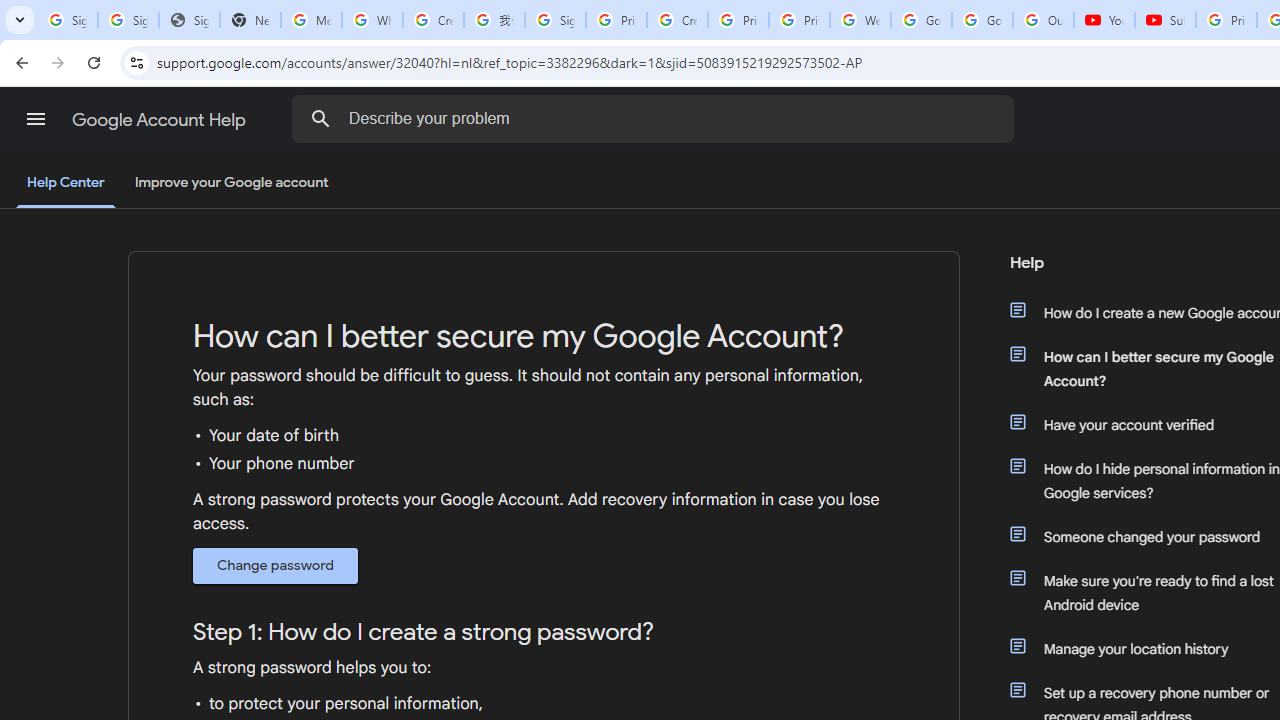 This screenshot has height=720, width=1280. Describe the element at coordinates (860, 20) in the screenshot. I see `'Welcome to My Activity'` at that location.